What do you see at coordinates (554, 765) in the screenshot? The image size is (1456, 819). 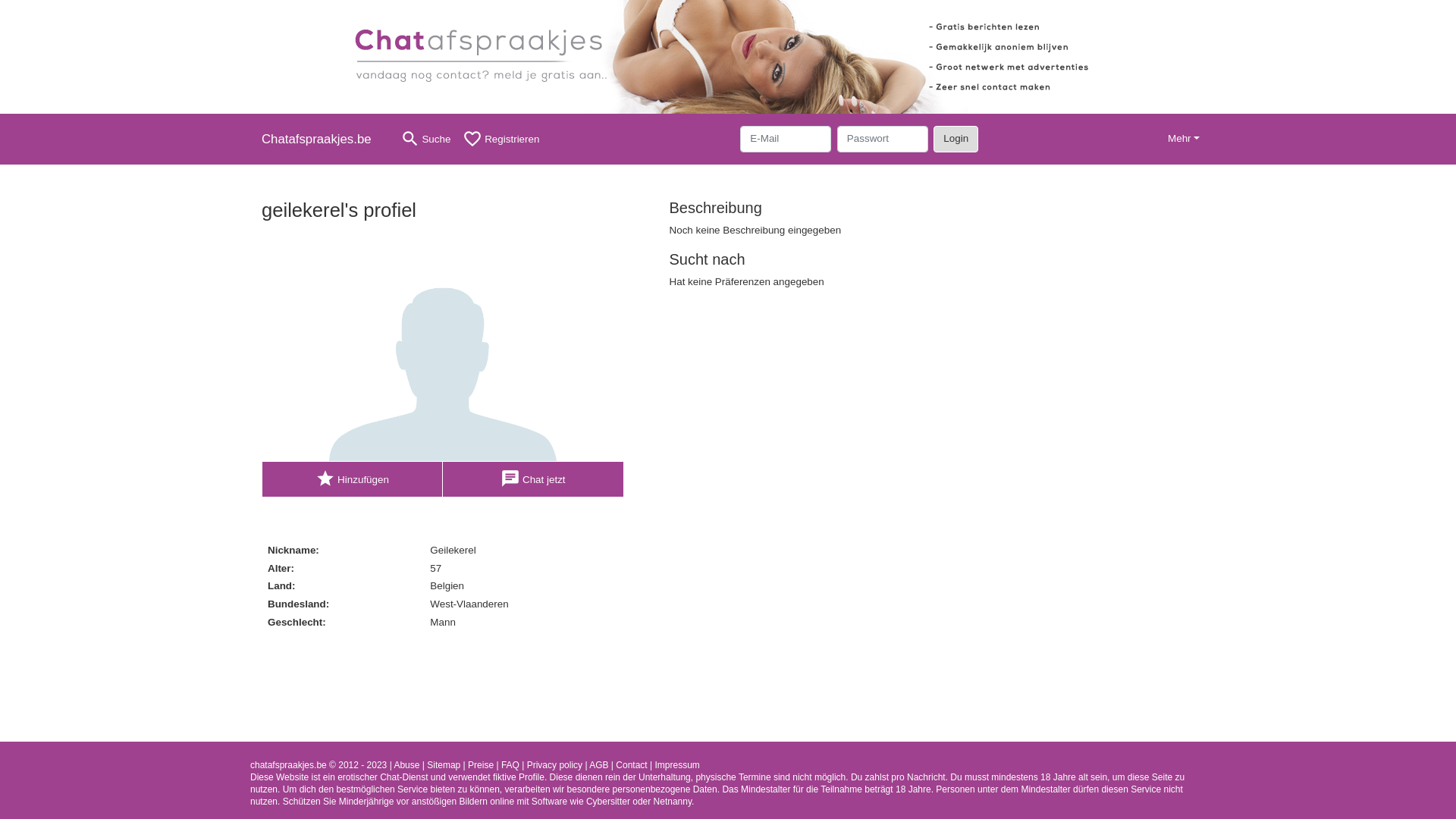 I see `'Privacy policy'` at bounding box center [554, 765].